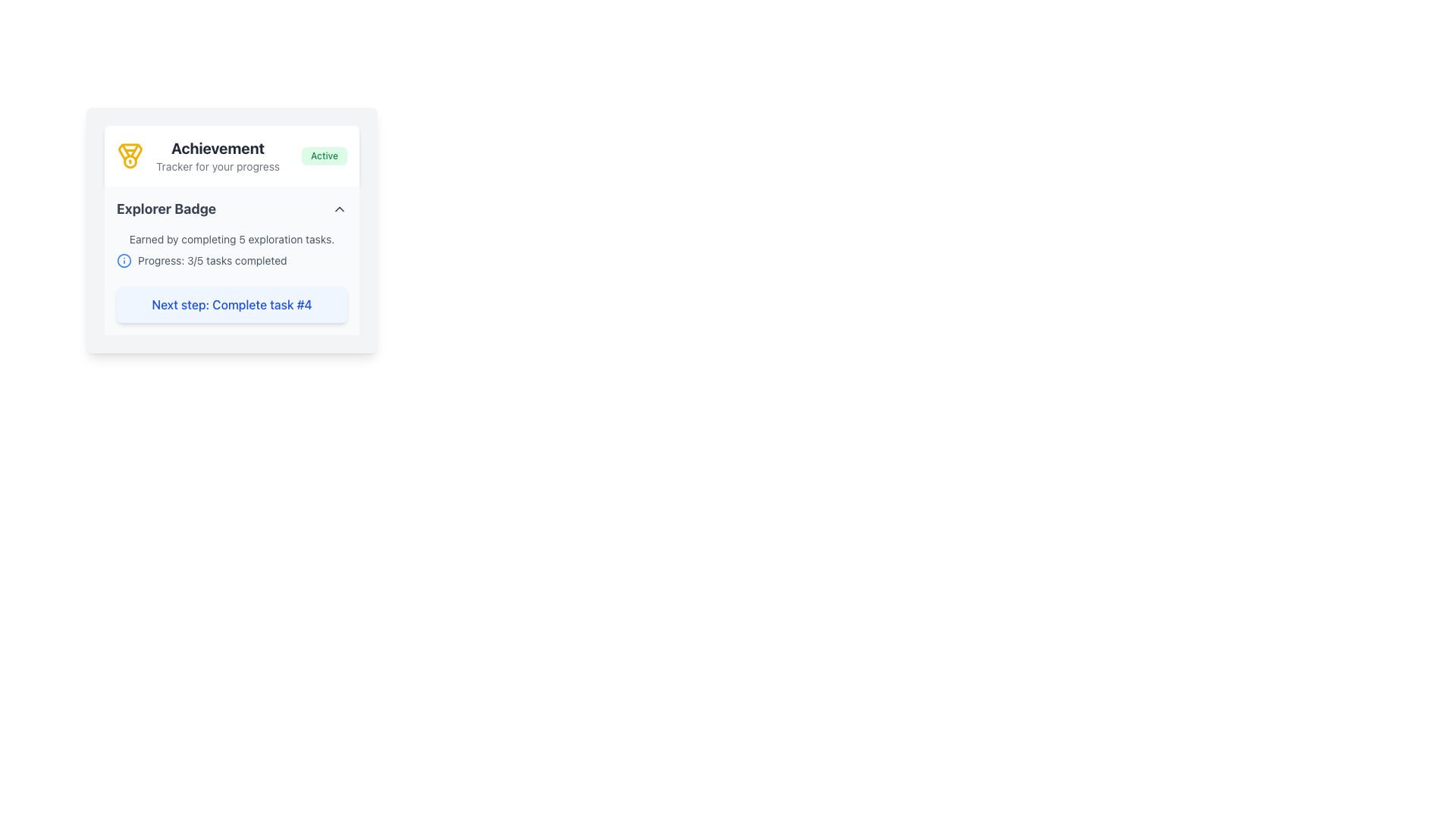 Image resolution: width=1456 pixels, height=819 pixels. What do you see at coordinates (231, 304) in the screenshot?
I see `the informational Text Display Box located at the bottom of the 'Explorer Badge' section, which indicates the next task to be completed` at bounding box center [231, 304].